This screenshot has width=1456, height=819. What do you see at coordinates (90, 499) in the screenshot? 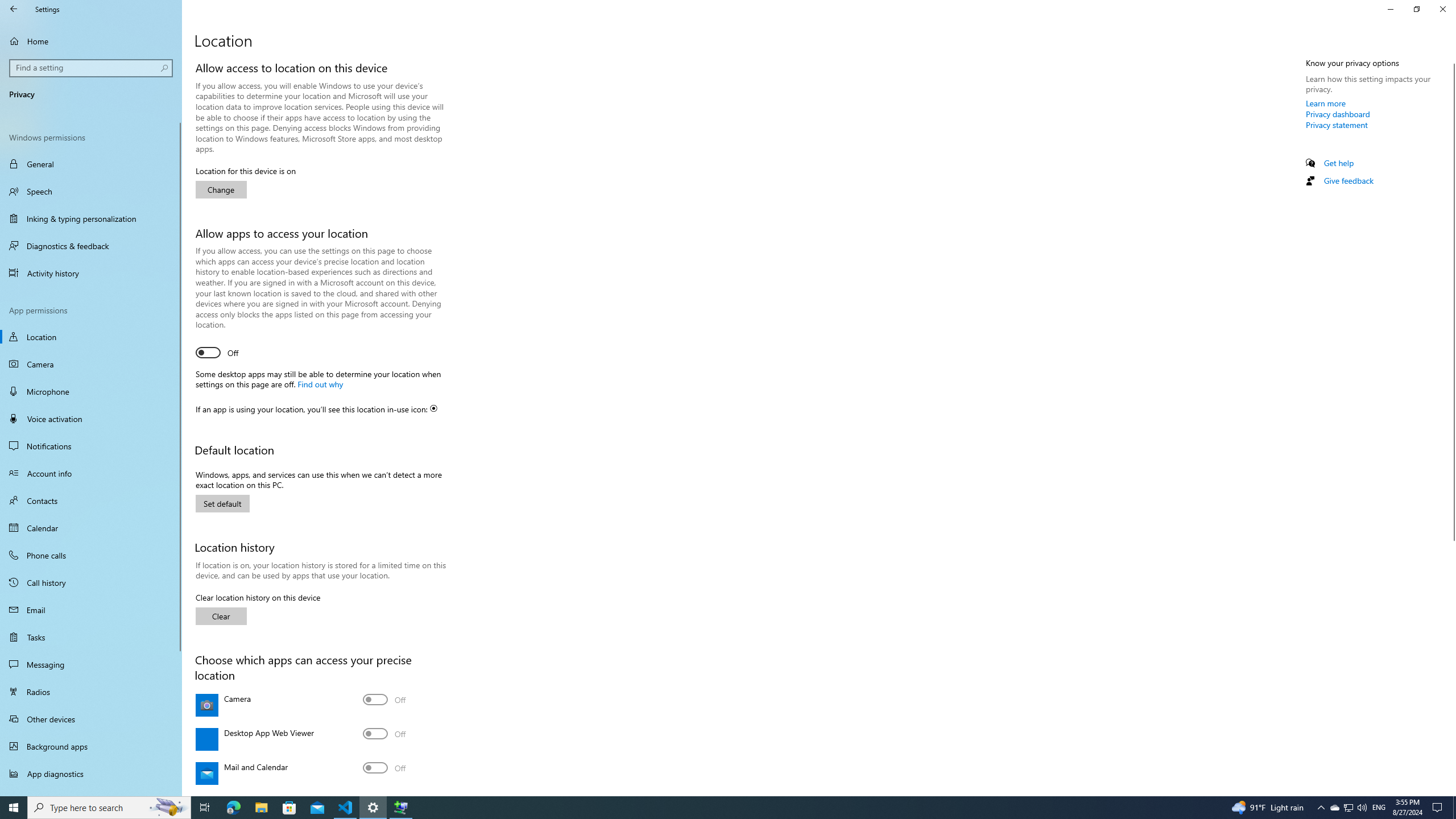
I see `'Contacts'` at bounding box center [90, 499].